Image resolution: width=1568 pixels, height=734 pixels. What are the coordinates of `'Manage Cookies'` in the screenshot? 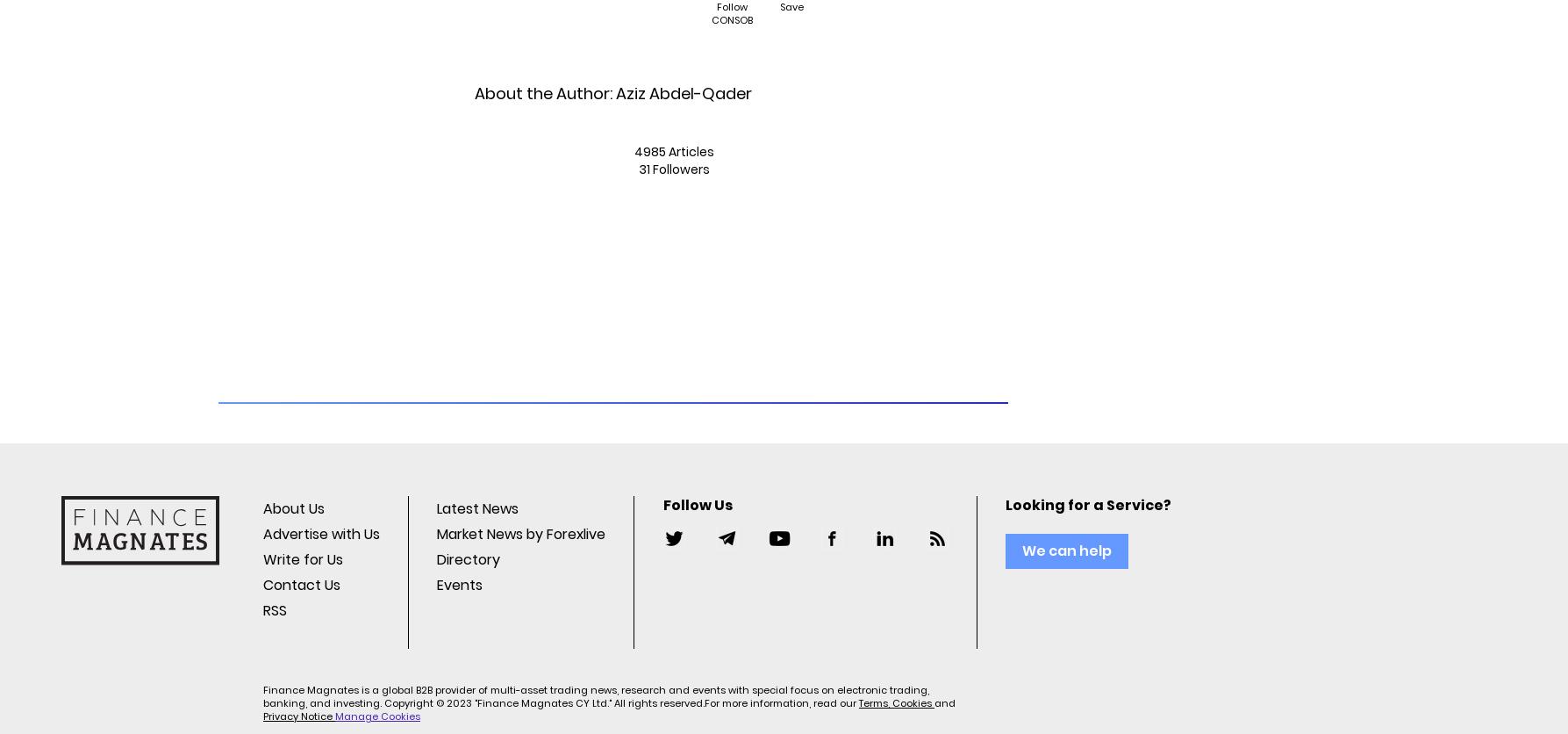 It's located at (377, 716).